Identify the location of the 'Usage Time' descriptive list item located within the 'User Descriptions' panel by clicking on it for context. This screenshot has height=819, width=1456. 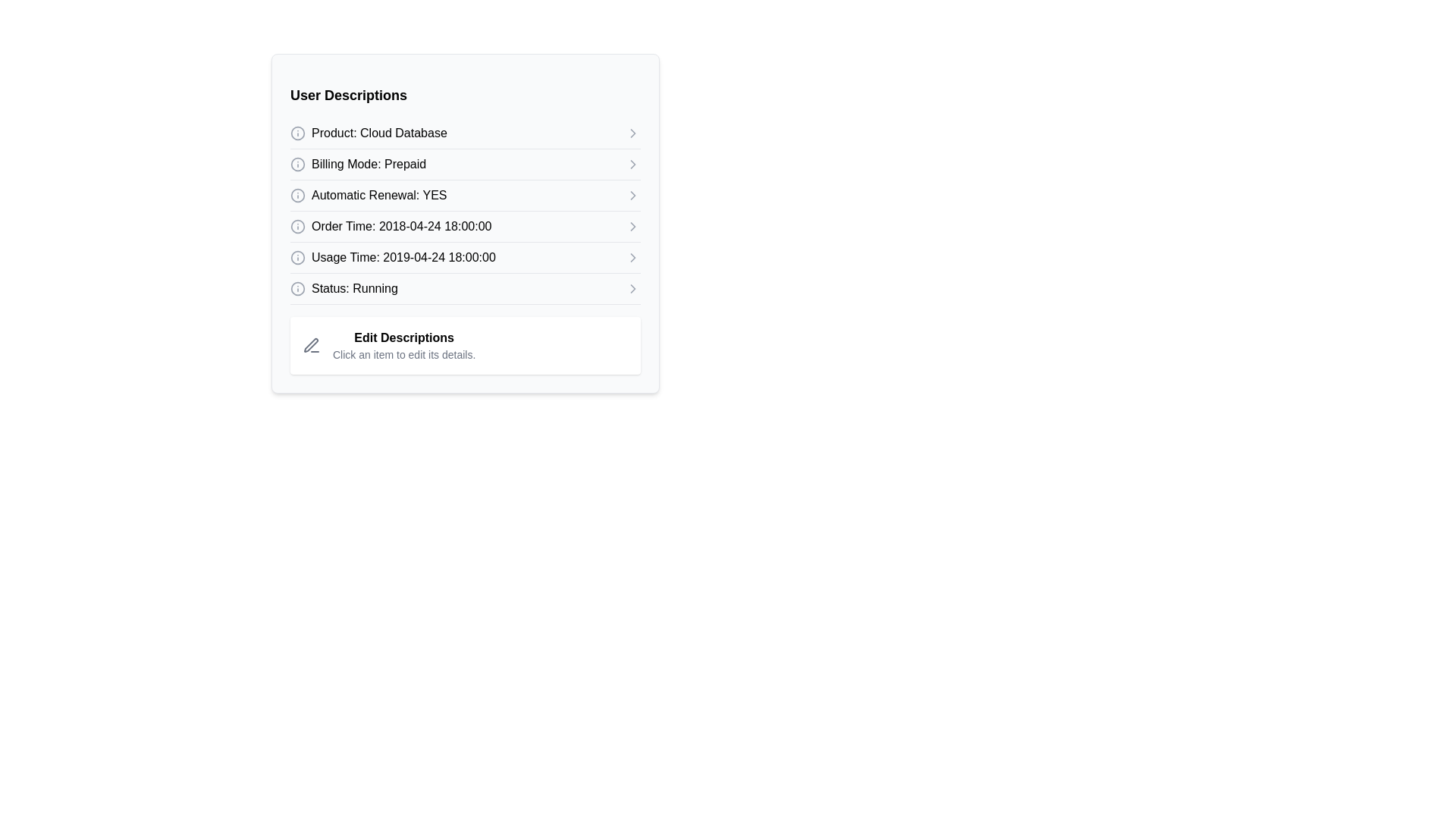
(393, 256).